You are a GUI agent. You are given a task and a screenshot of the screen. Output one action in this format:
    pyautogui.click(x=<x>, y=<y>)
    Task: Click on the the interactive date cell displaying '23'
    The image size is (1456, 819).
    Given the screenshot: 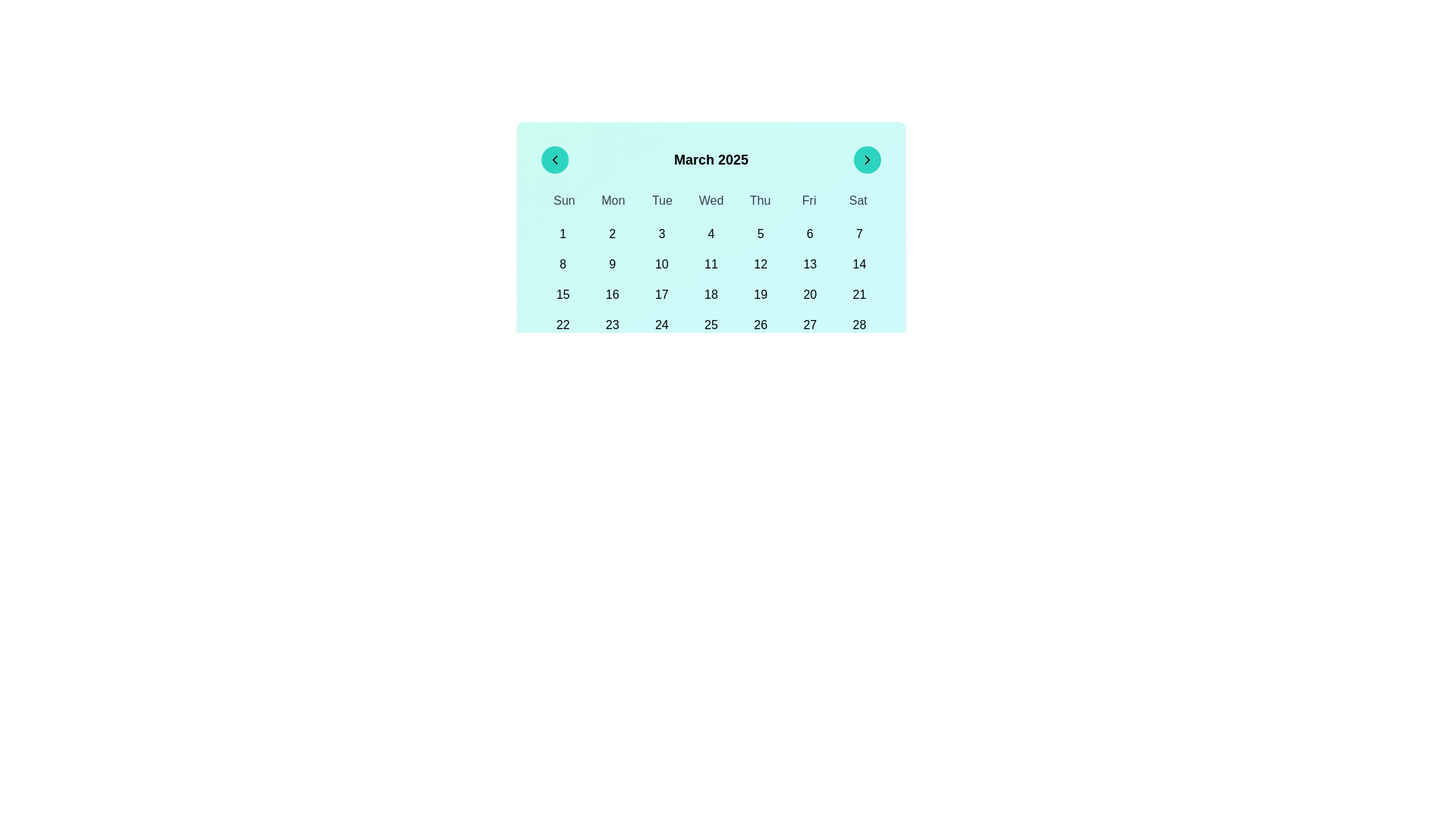 What is the action you would take?
    pyautogui.click(x=612, y=324)
    